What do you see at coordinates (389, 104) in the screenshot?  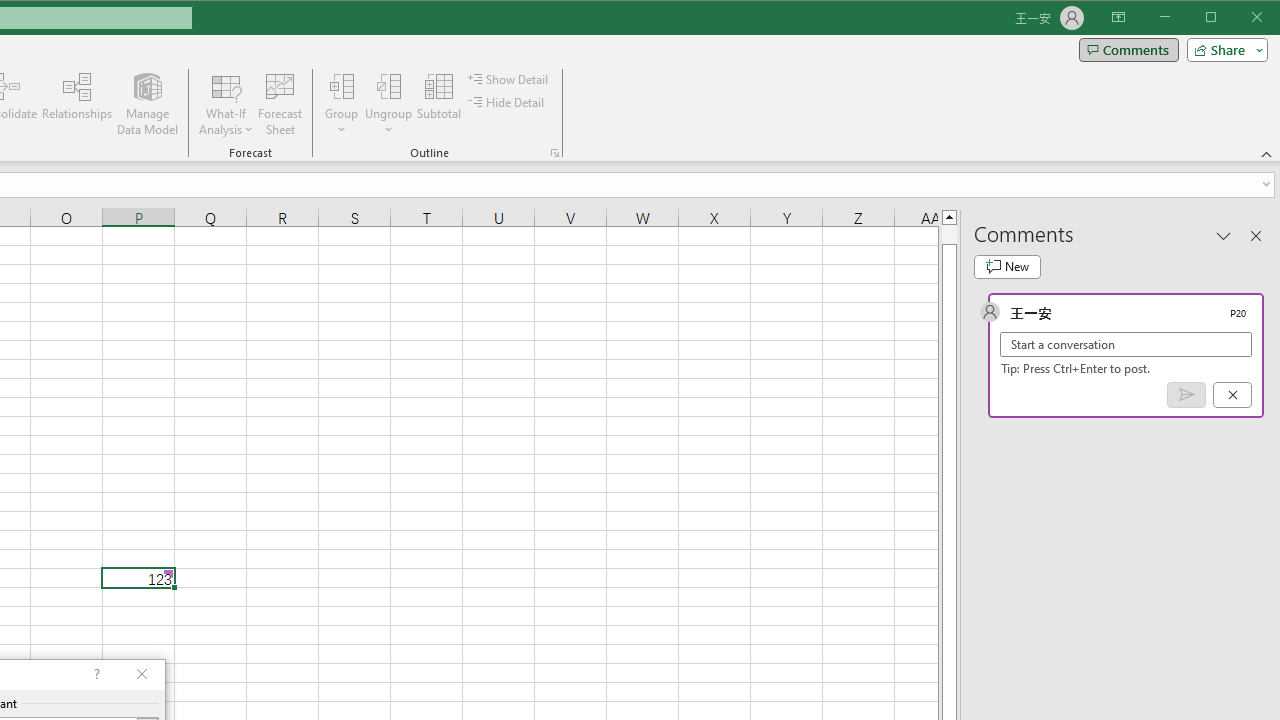 I see `'Ungroup...'` at bounding box center [389, 104].